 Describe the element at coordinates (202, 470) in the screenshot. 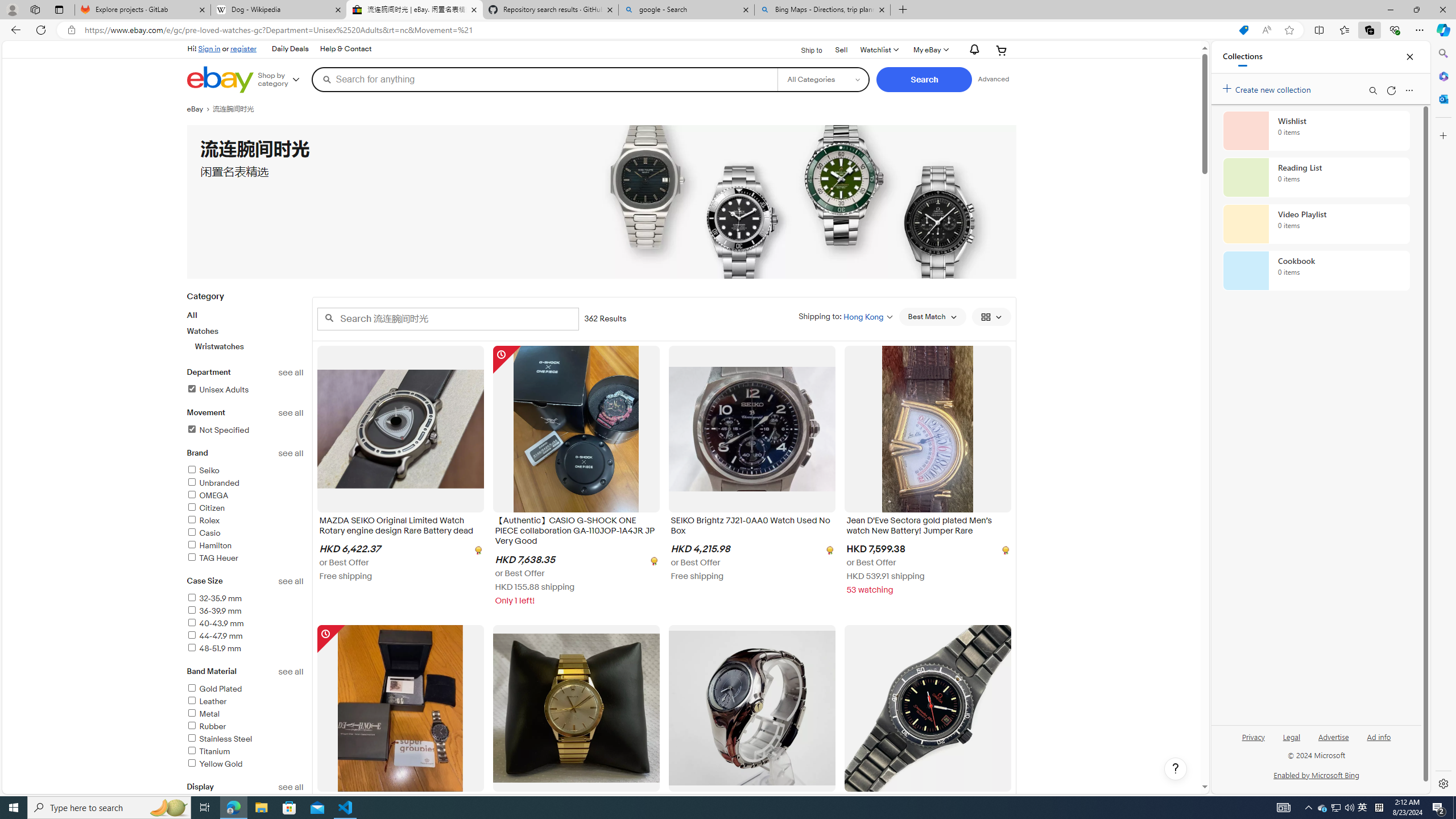

I see `'Seiko'` at that location.